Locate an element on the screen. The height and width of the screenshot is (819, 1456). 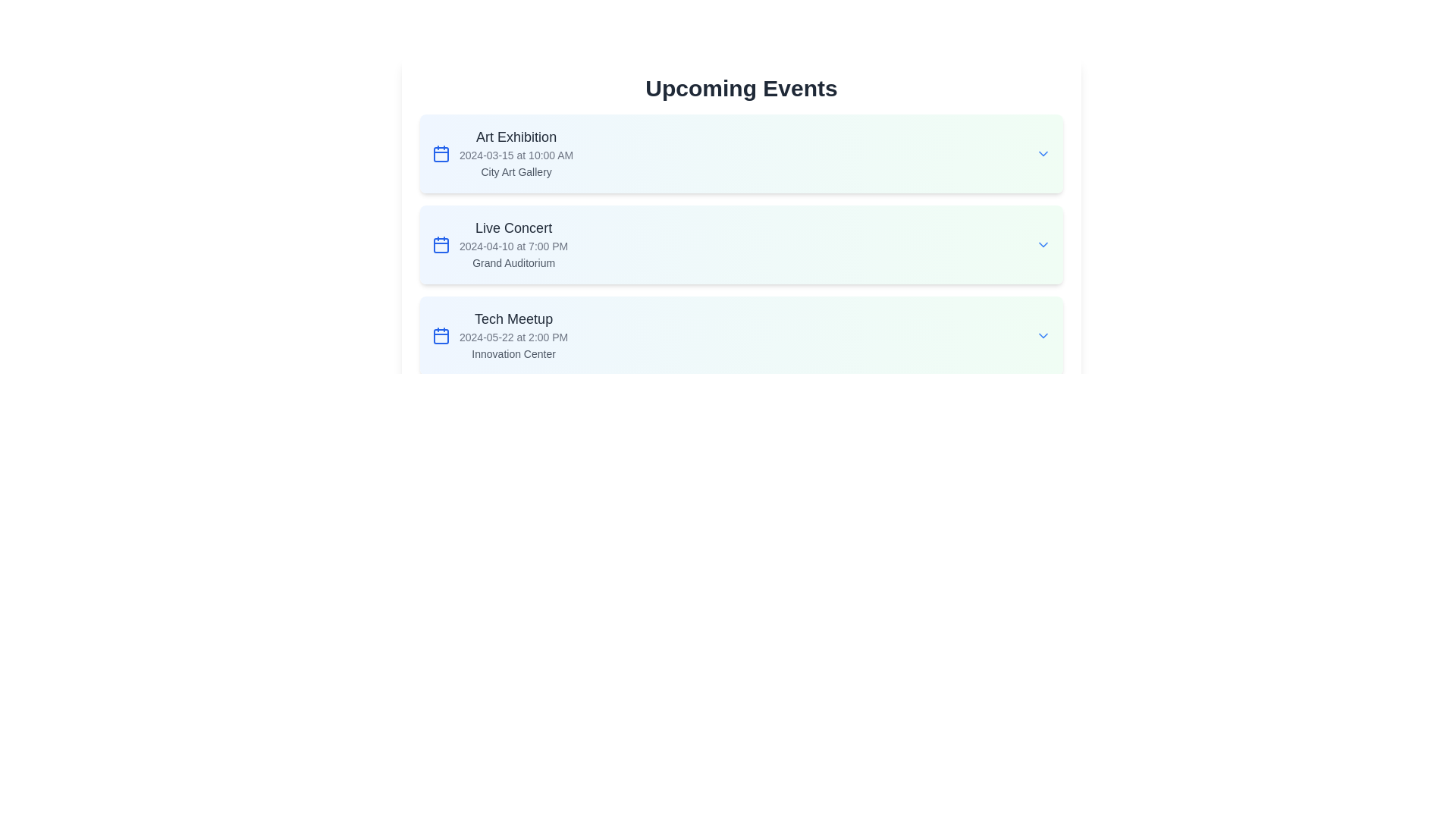
text label displaying 'Tech Meetup' which is styled in large, bold font and positioned in the third event entry of a vertical list is located at coordinates (513, 318).